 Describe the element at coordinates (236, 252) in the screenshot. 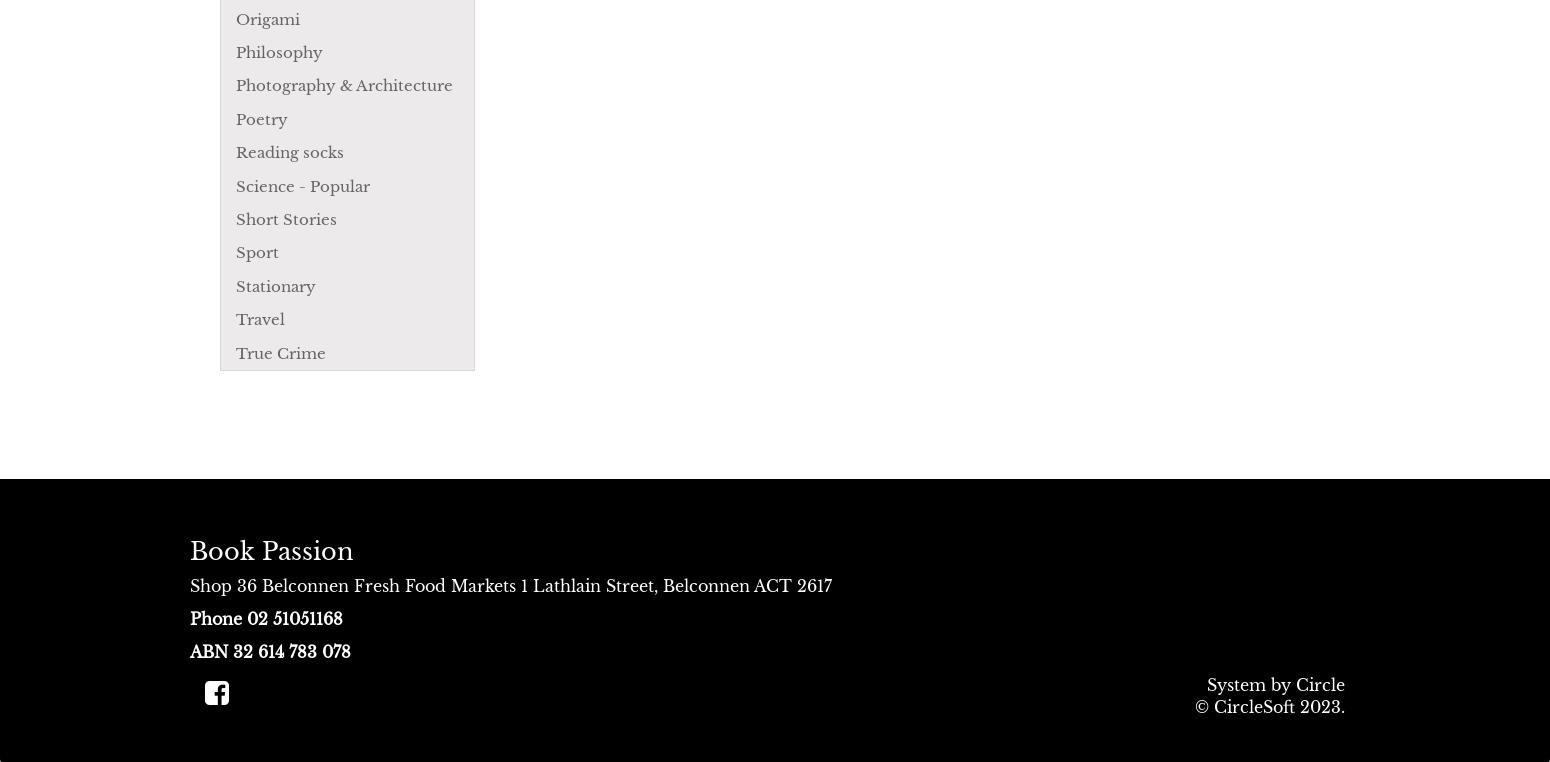

I see `'Sport'` at that location.